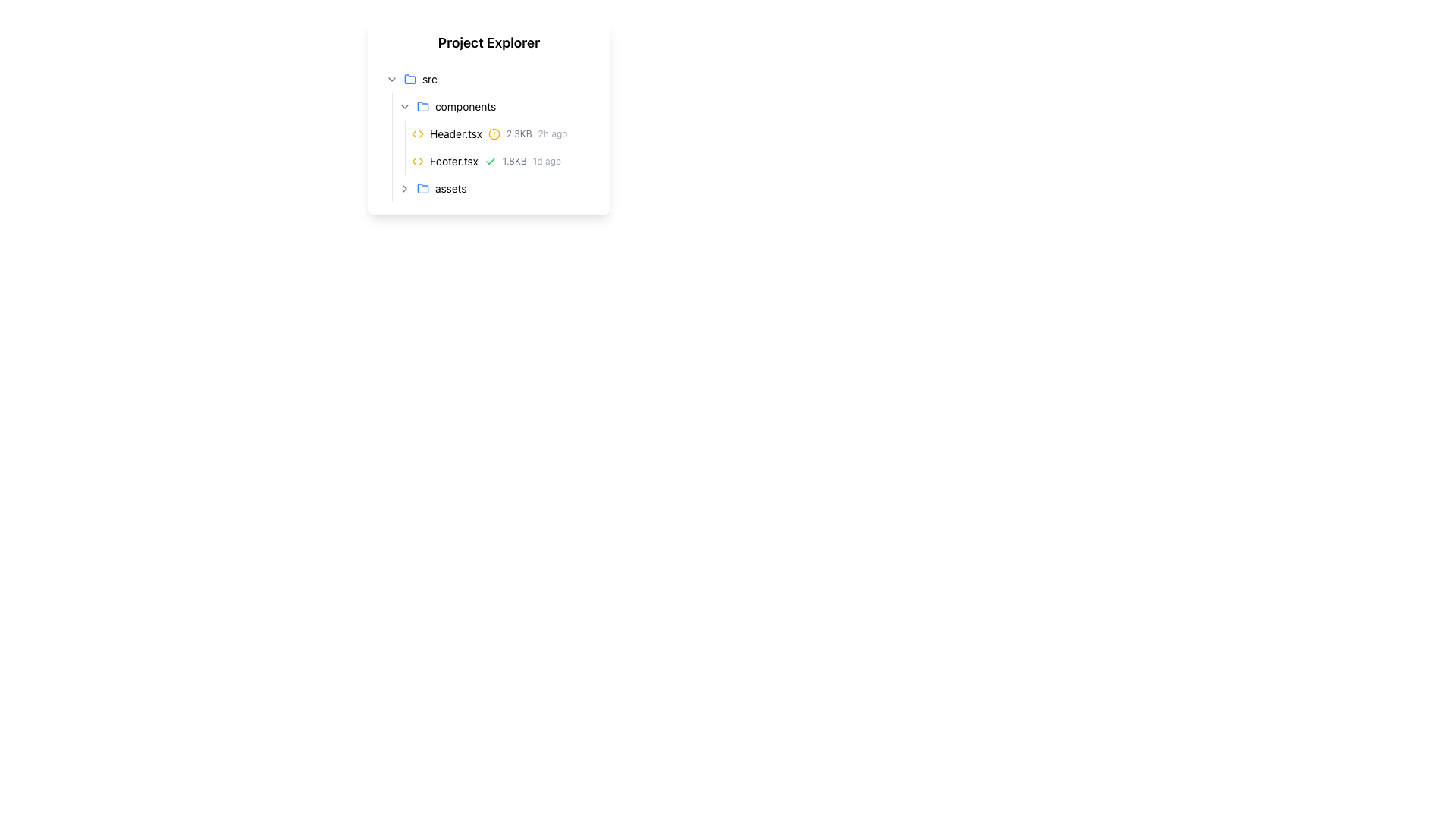 This screenshot has height=819, width=1456. I want to click on the green check mark icon located to the left of the file size '1.8KB' under the 'components' folder entry for the file 'Footer.tsx', so click(490, 161).